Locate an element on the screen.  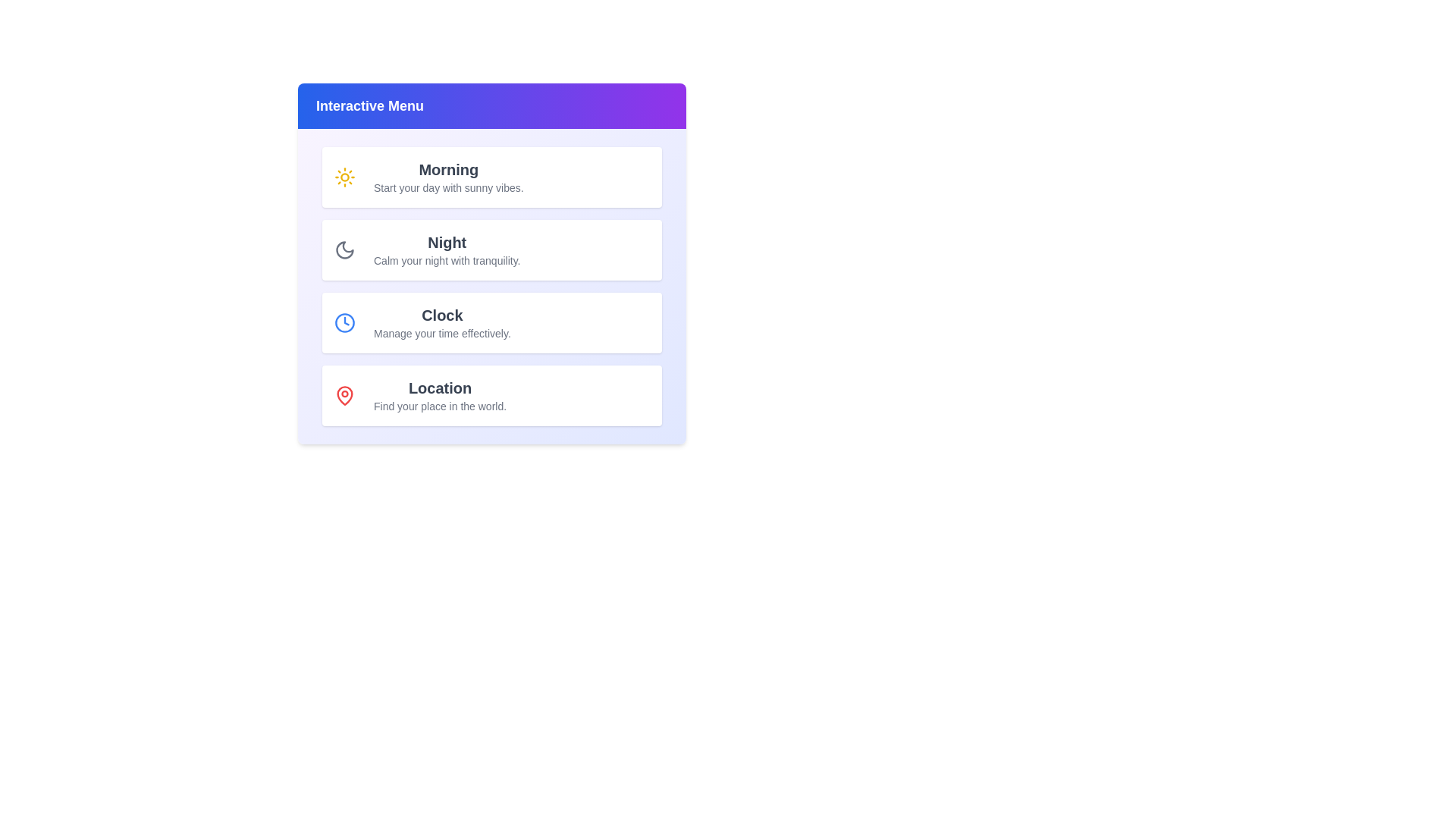
the Night menu item to select it is located at coordinates (491, 249).